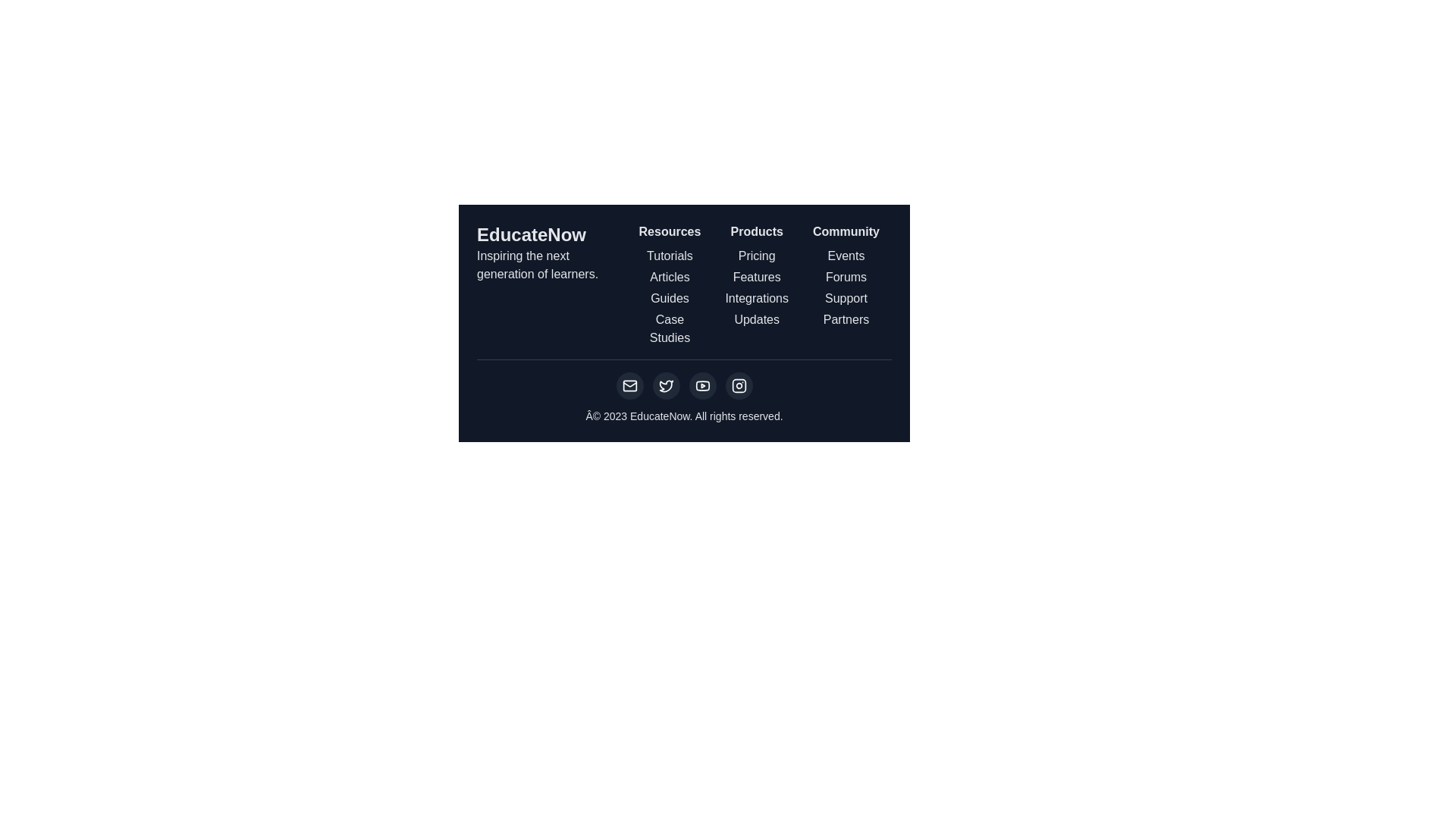 The image size is (1456, 819). I want to click on the Twitter icon button located at the bottom of the interface to observe the style change, so click(666, 385).